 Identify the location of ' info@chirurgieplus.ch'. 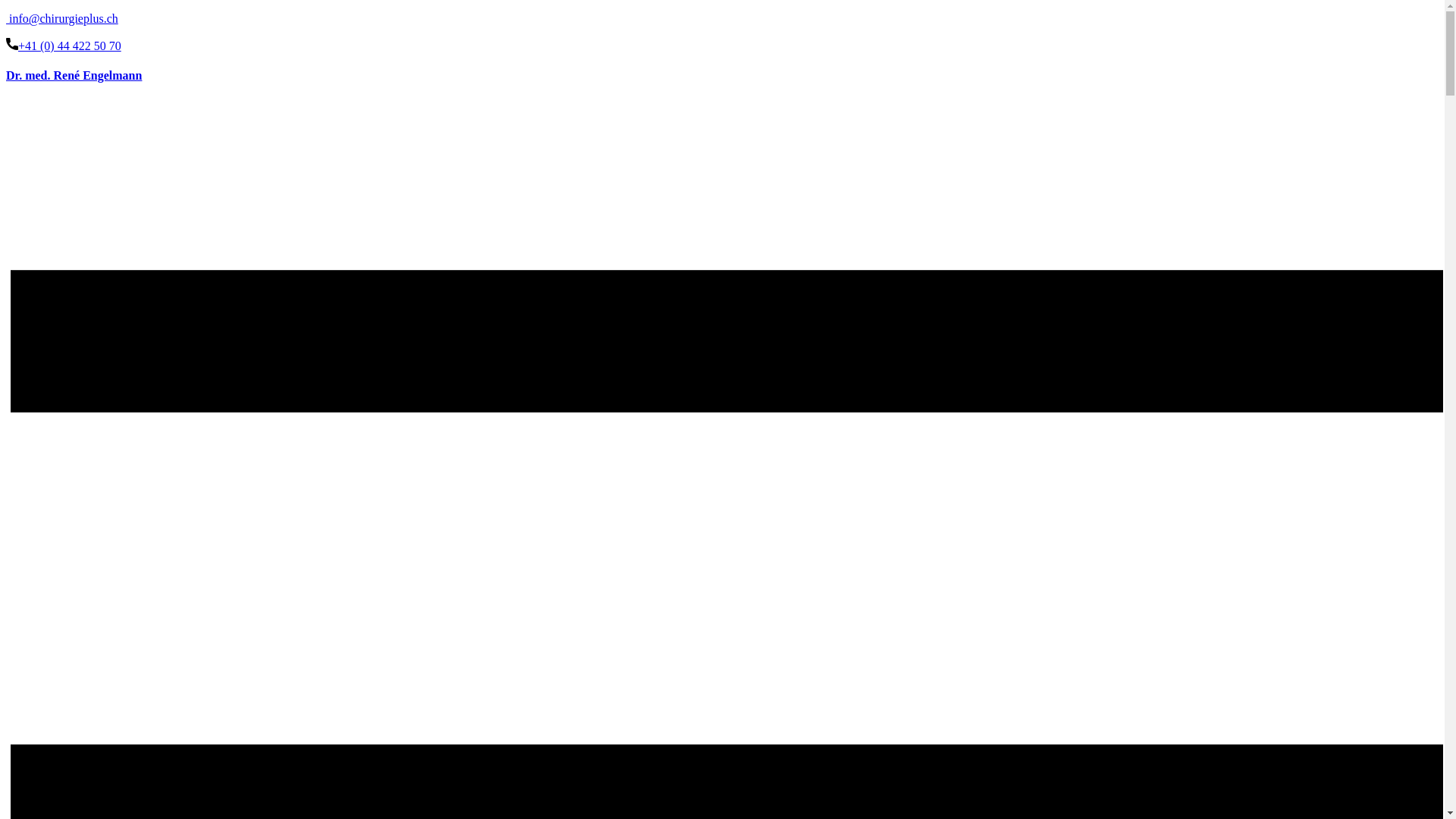
(6, 18).